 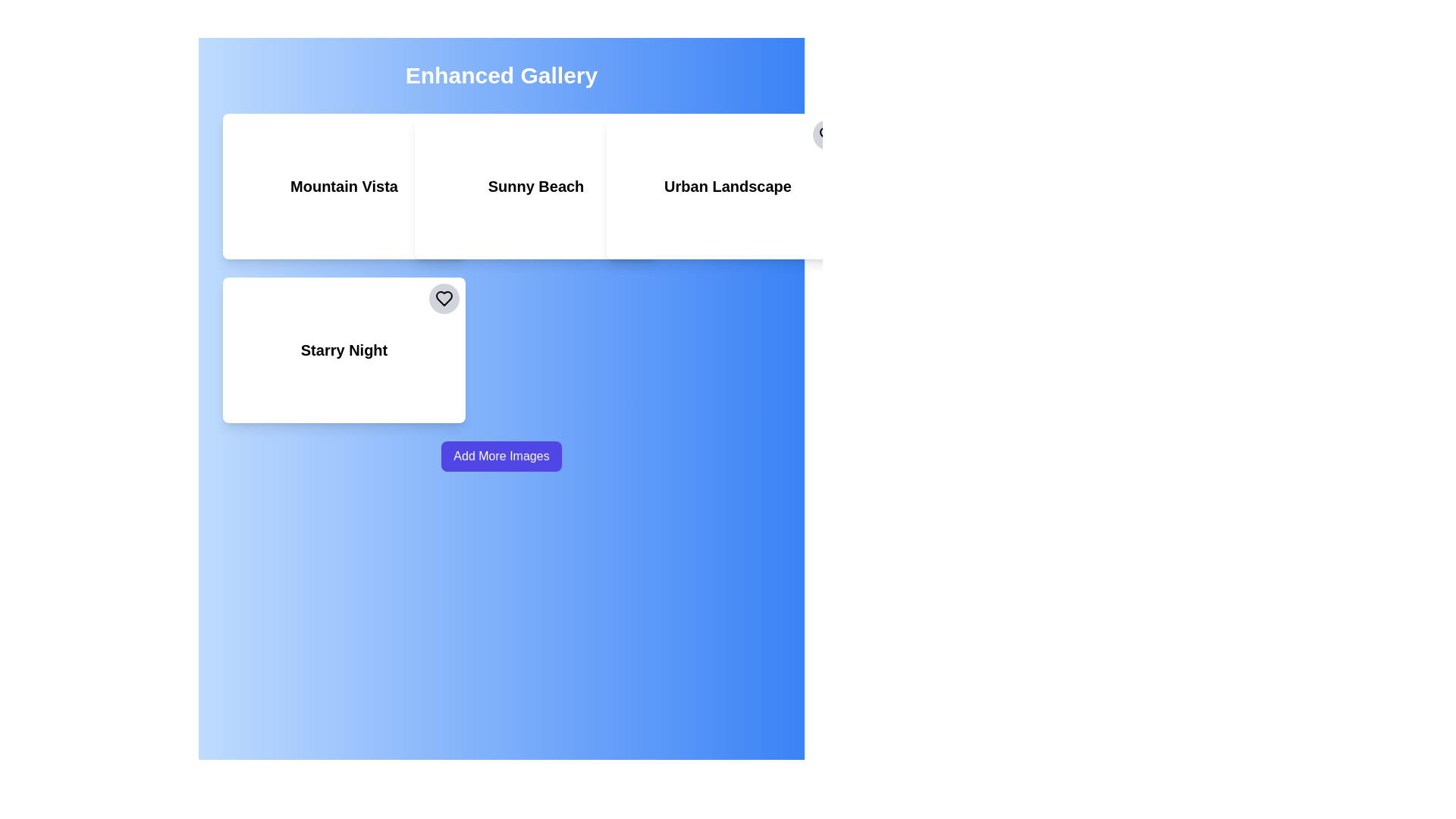 I want to click on the 'Starry Night' card component, which is a rounded rectangular card with a white background and a heart icon in the top-right corner, so click(x=344, y=350).